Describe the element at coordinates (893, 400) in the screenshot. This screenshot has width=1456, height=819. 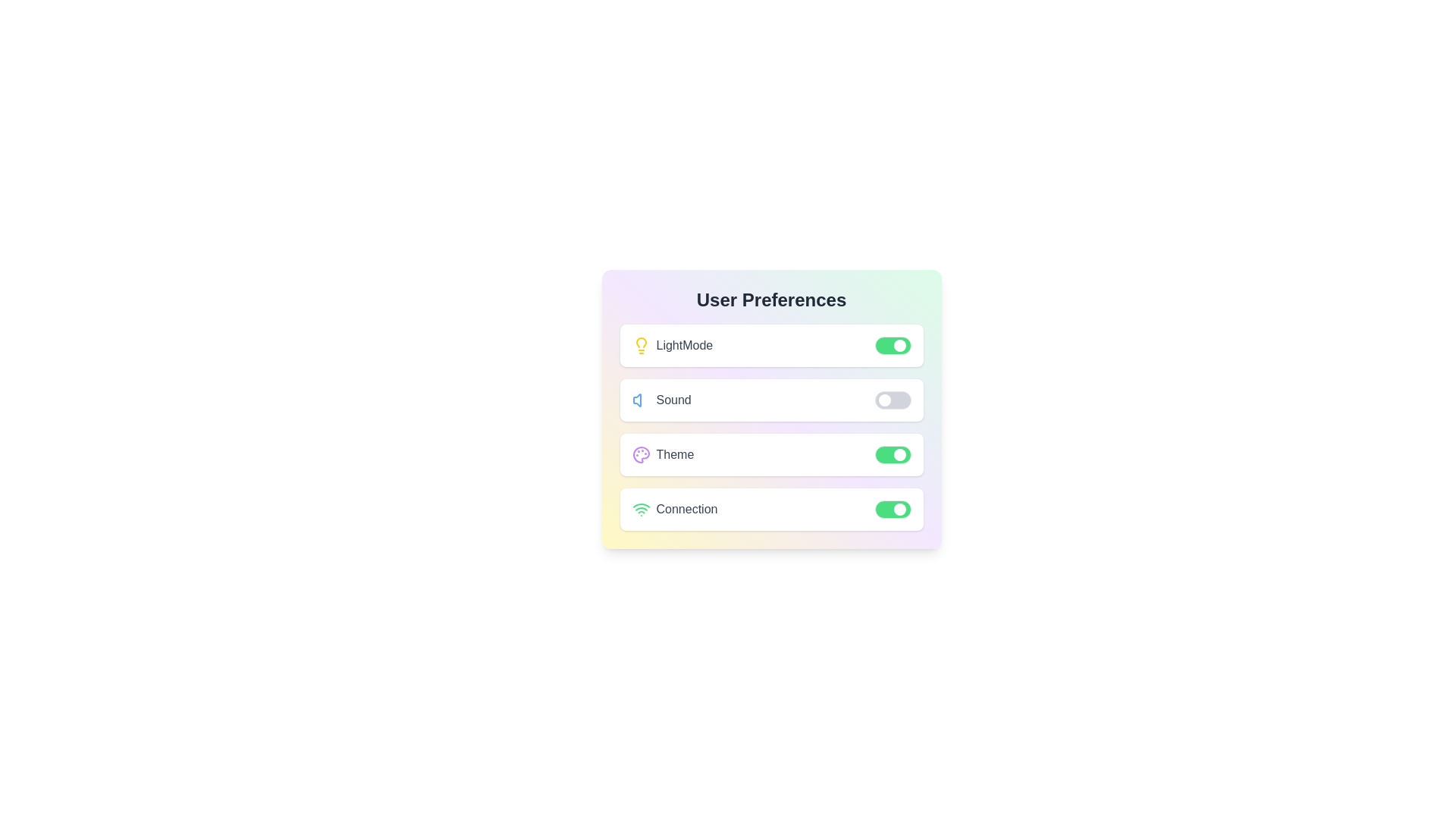
I see `the handle of the toggle switch for sound settings` at that location.